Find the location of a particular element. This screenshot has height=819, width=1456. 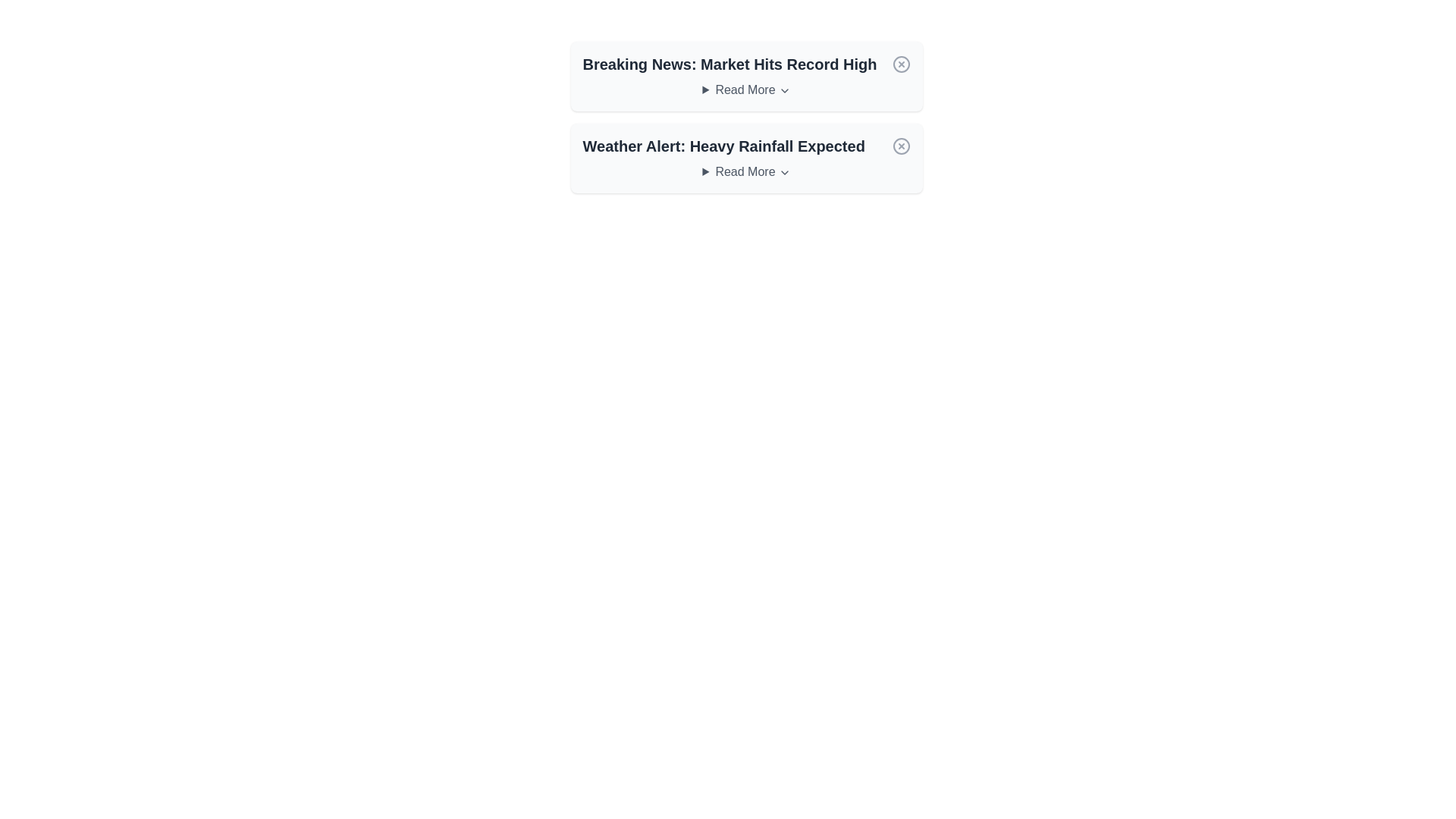

the 'Read More' section of the first news card to expand its details is located at coordinates (746, 90).